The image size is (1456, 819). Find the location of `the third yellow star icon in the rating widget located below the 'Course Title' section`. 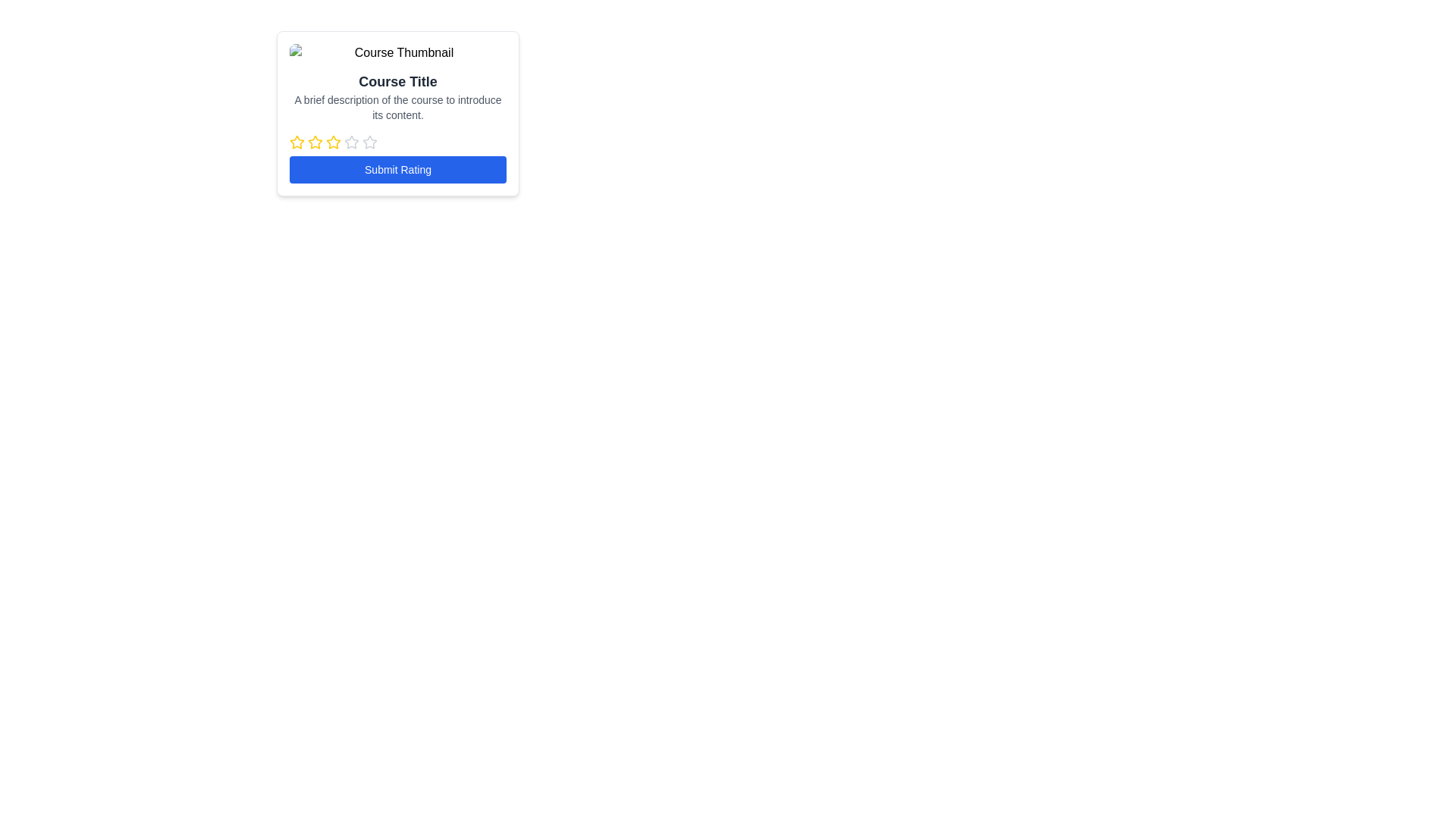

the third yellow star icon in the rating widget located below the 'Course Title' section is located at coordinates (333, 143).